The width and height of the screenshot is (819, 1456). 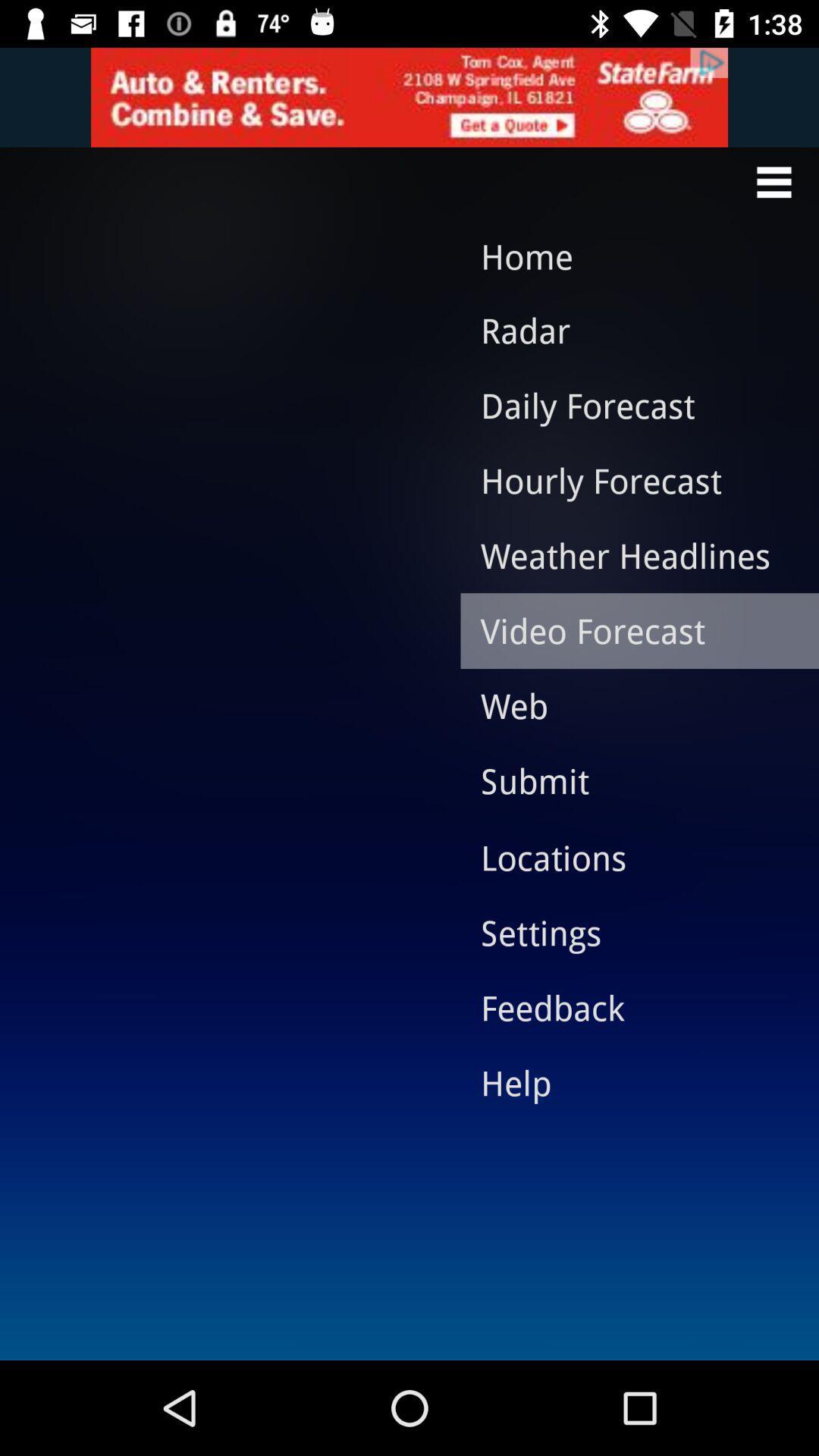 What do you see at coordinates (409, 96) in the screenshot?
I see `click the advertisement` at bounding box center [409, 96].